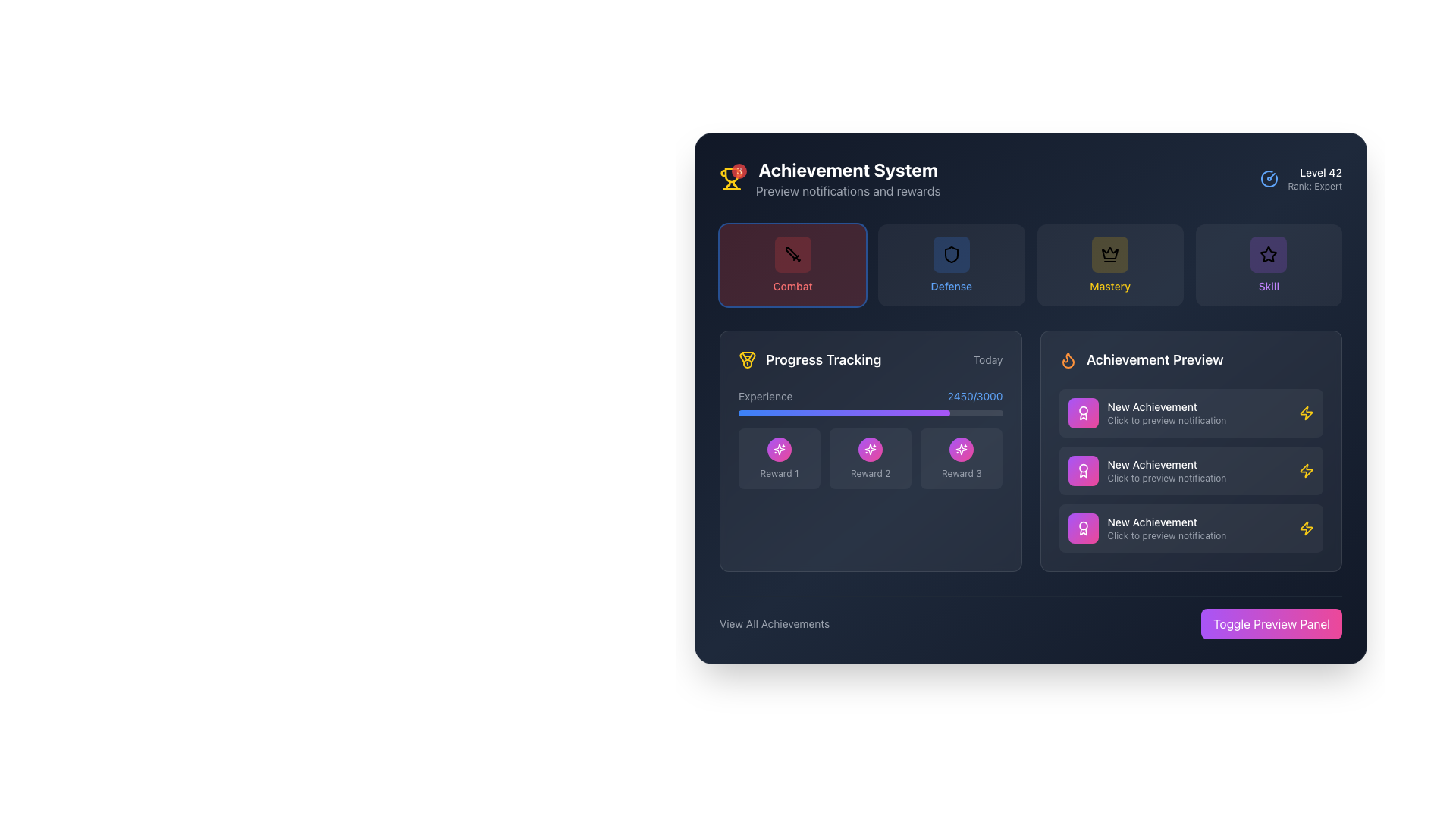  I want to click on the Circular Button with Icon that is centrally located within the 'Reward 3' card in the 'Progress Tracking' panel, so click(961, 449).